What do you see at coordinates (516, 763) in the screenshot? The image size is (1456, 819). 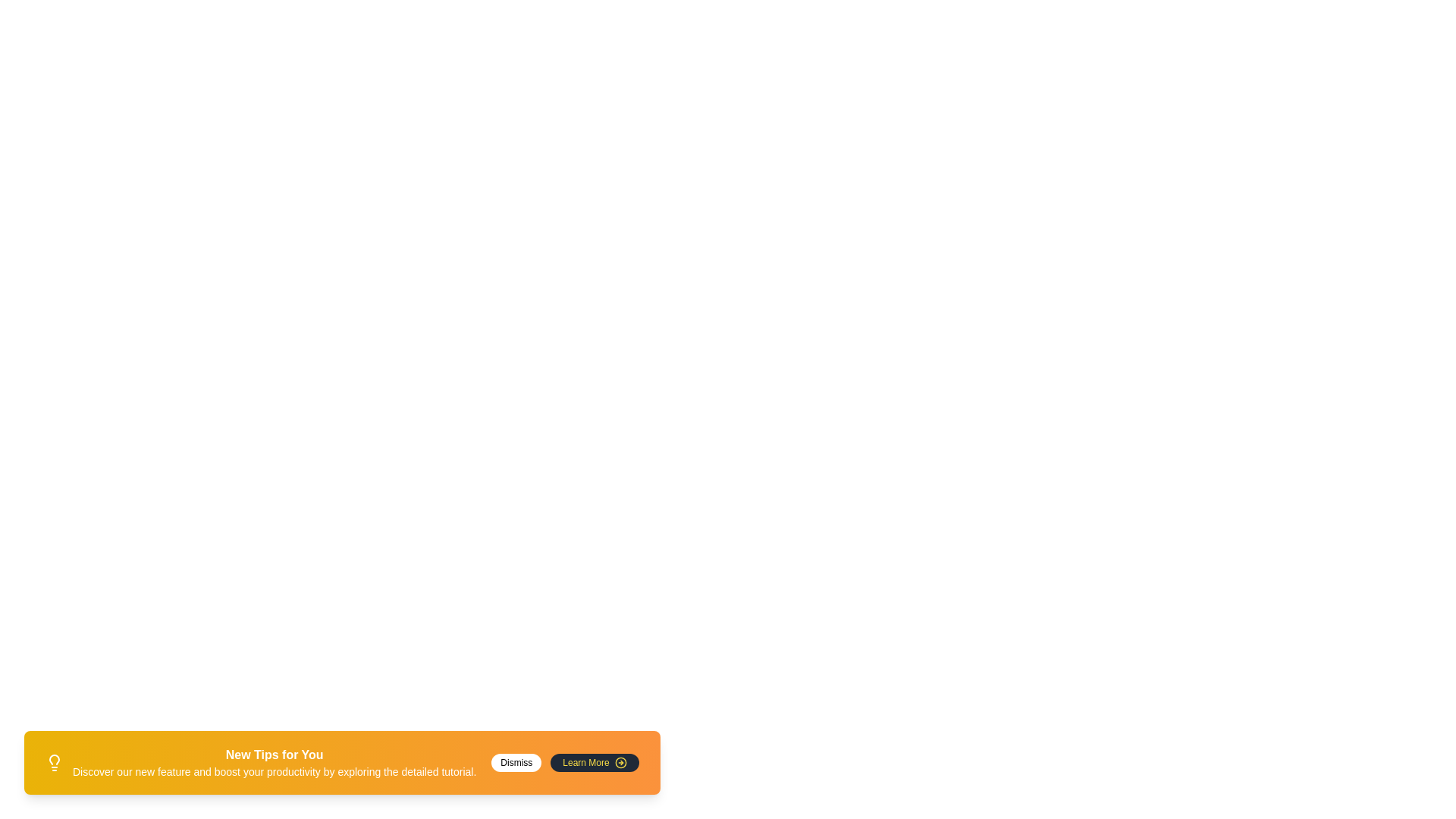 I see `the dismiss button to close the snackbar` at bounding box center [516, 763].